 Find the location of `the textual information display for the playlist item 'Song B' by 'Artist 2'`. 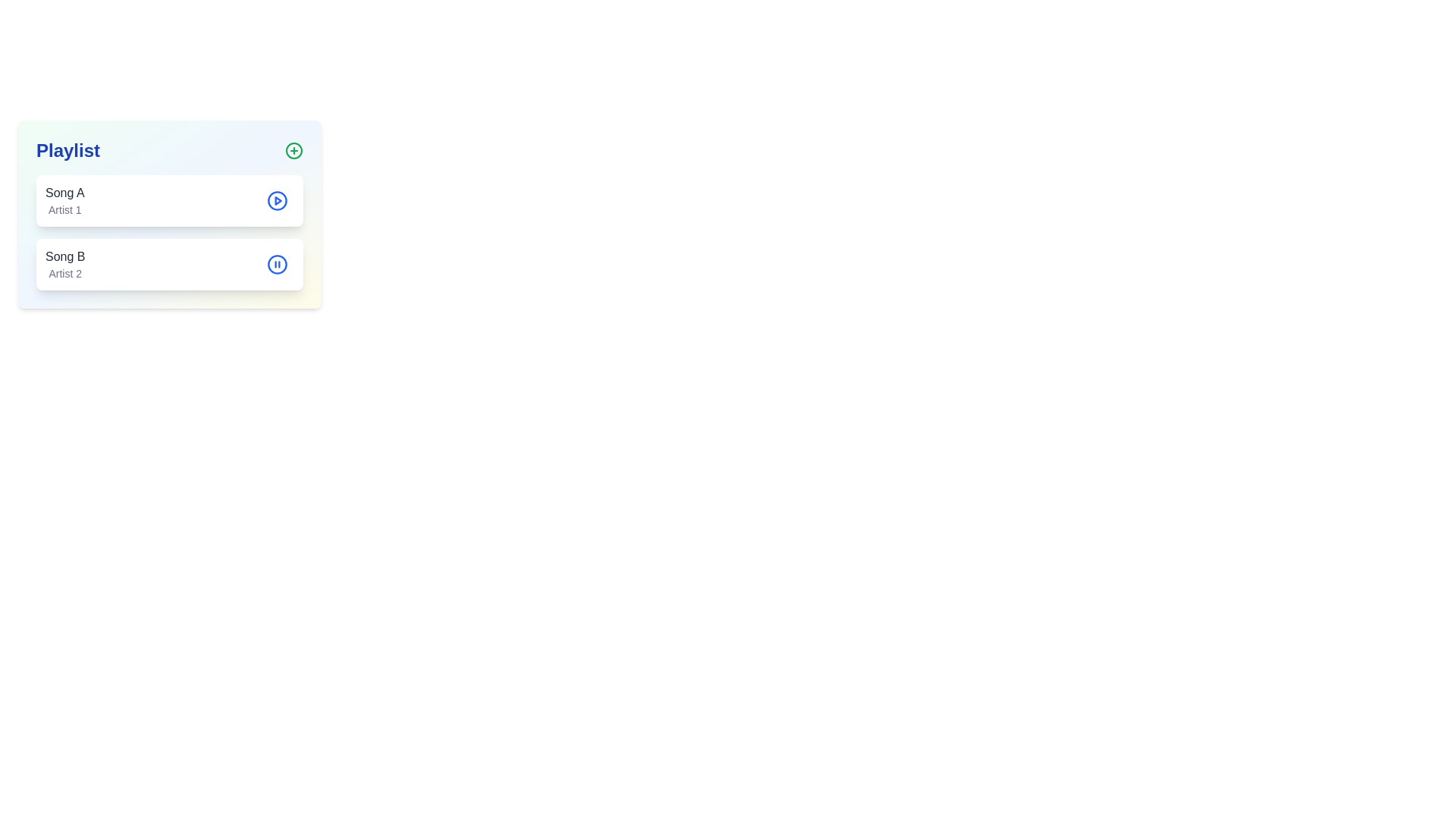

the textual information display for the playlist item 'Song B' by 'Artist 2' is located at coordinates (64, 263).